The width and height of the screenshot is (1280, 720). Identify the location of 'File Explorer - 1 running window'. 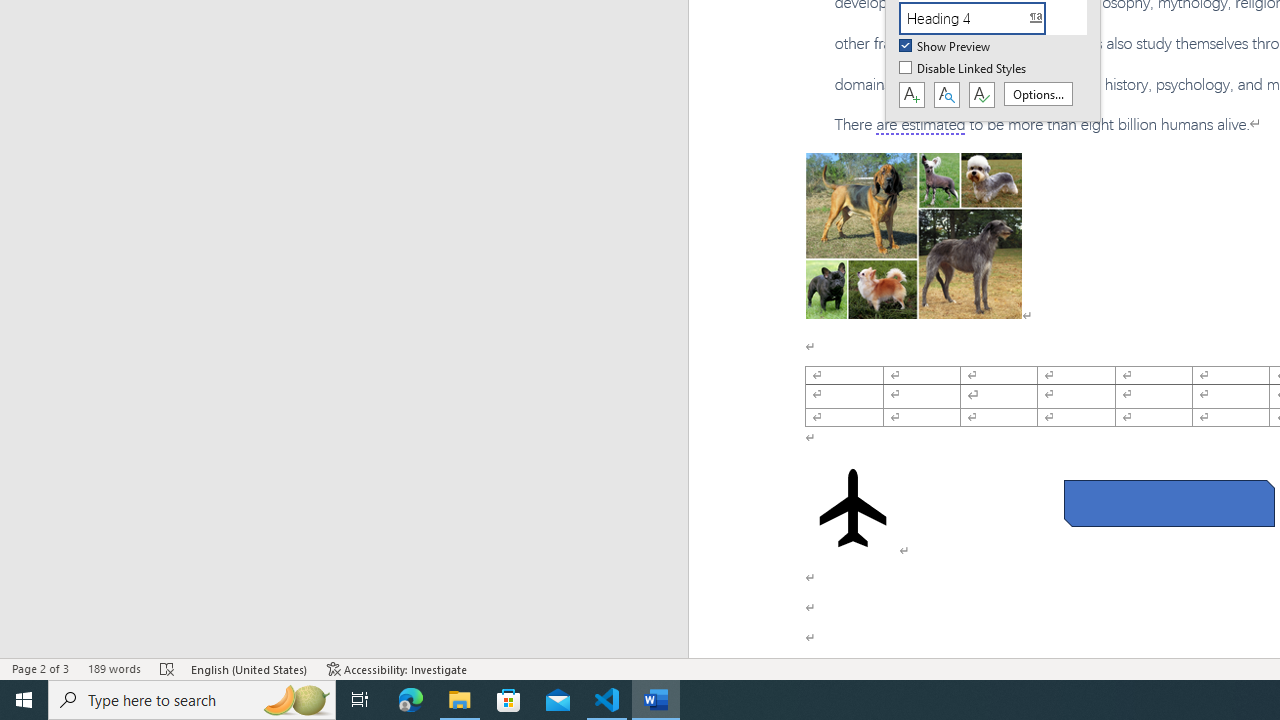
(459, 698).